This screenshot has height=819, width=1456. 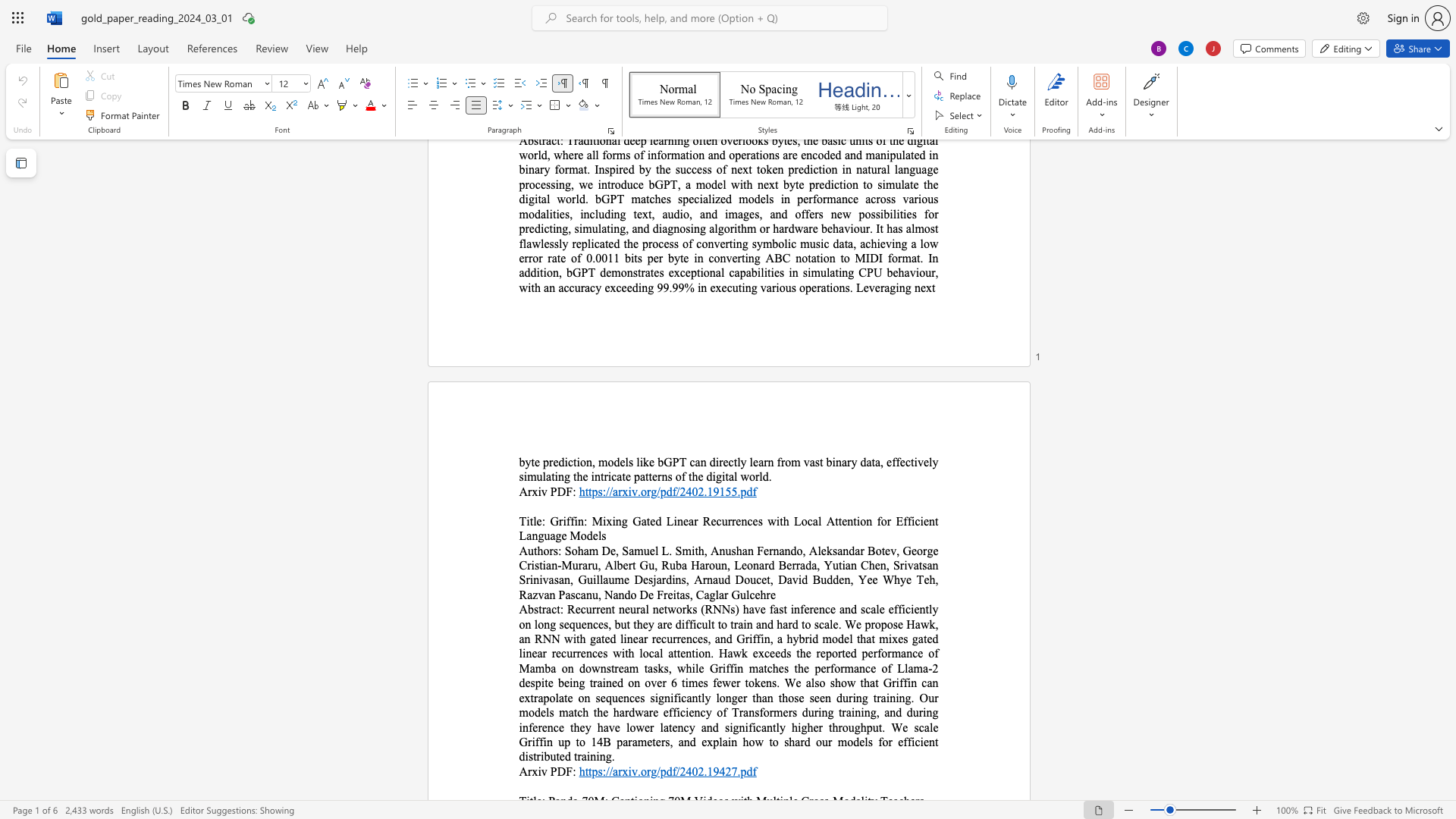 I want to click on the 1th character "." in the text, so click(x=639, y=771).